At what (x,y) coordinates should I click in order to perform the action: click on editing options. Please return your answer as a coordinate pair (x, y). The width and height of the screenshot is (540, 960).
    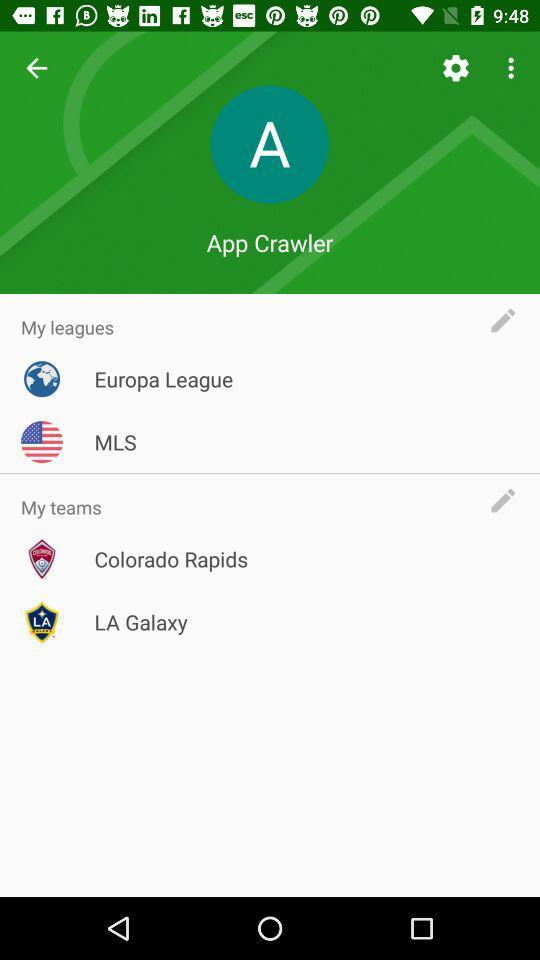
    Looking at the image, I should click on (508, 320).